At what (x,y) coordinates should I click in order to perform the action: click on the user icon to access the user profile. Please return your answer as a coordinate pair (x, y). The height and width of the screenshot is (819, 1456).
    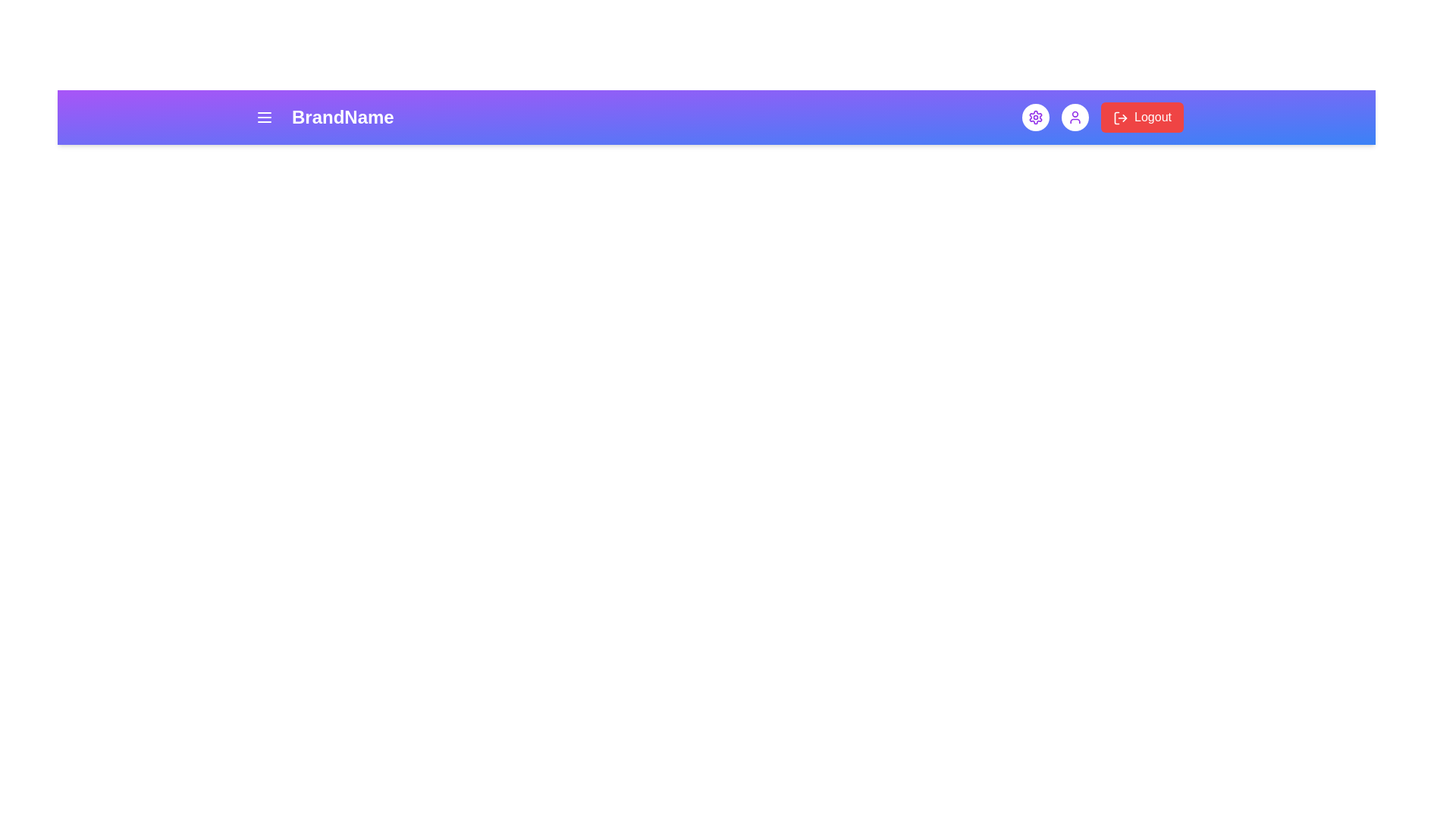
    Looking at the image, I should click on (1074, 116).